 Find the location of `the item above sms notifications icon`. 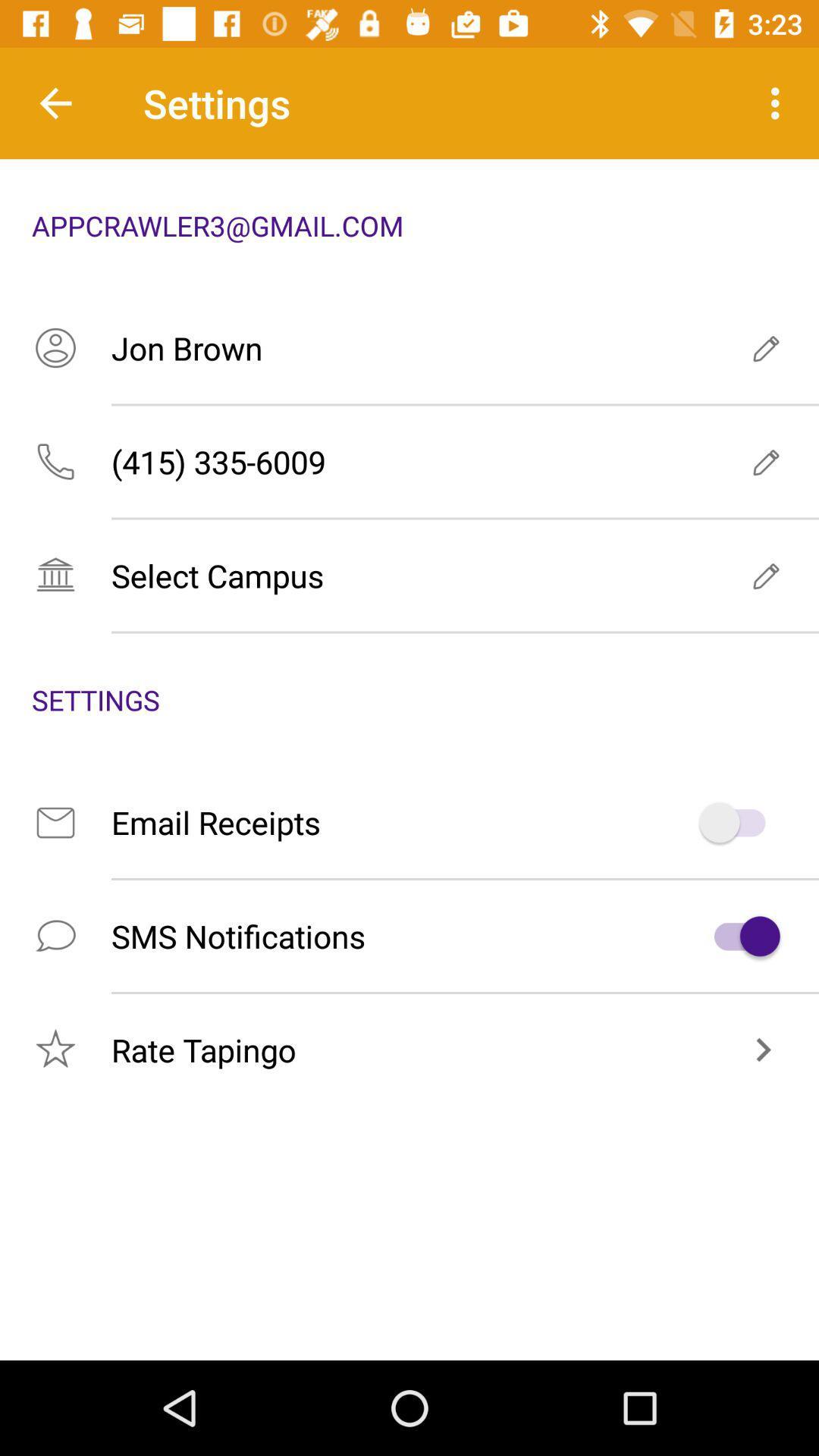

the item above sms notifications icon is located at coordinates (409, 821).